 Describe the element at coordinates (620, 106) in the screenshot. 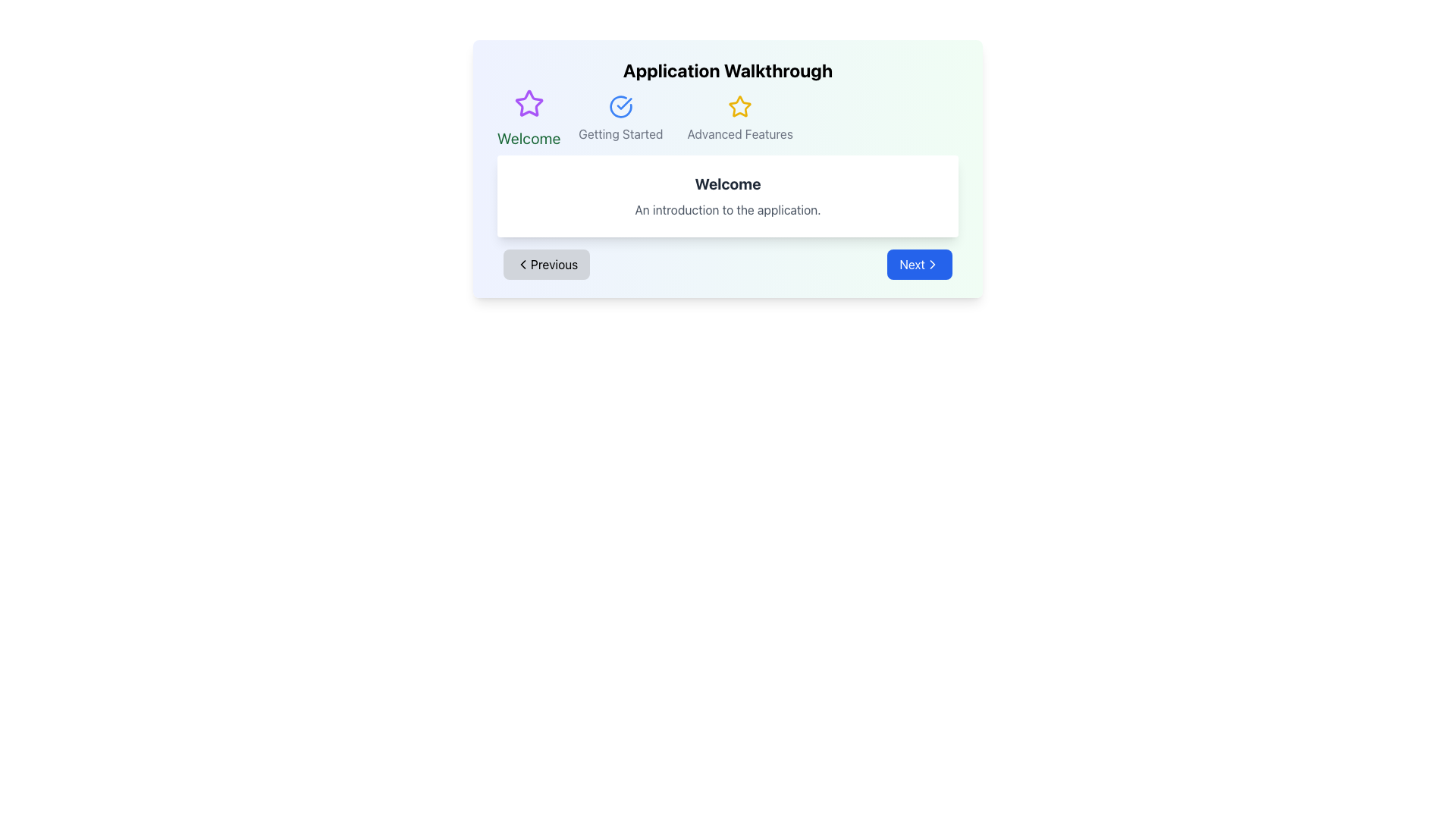

I see `the circular blue checkmark icon located above the 'Getting Started' text` at that location.